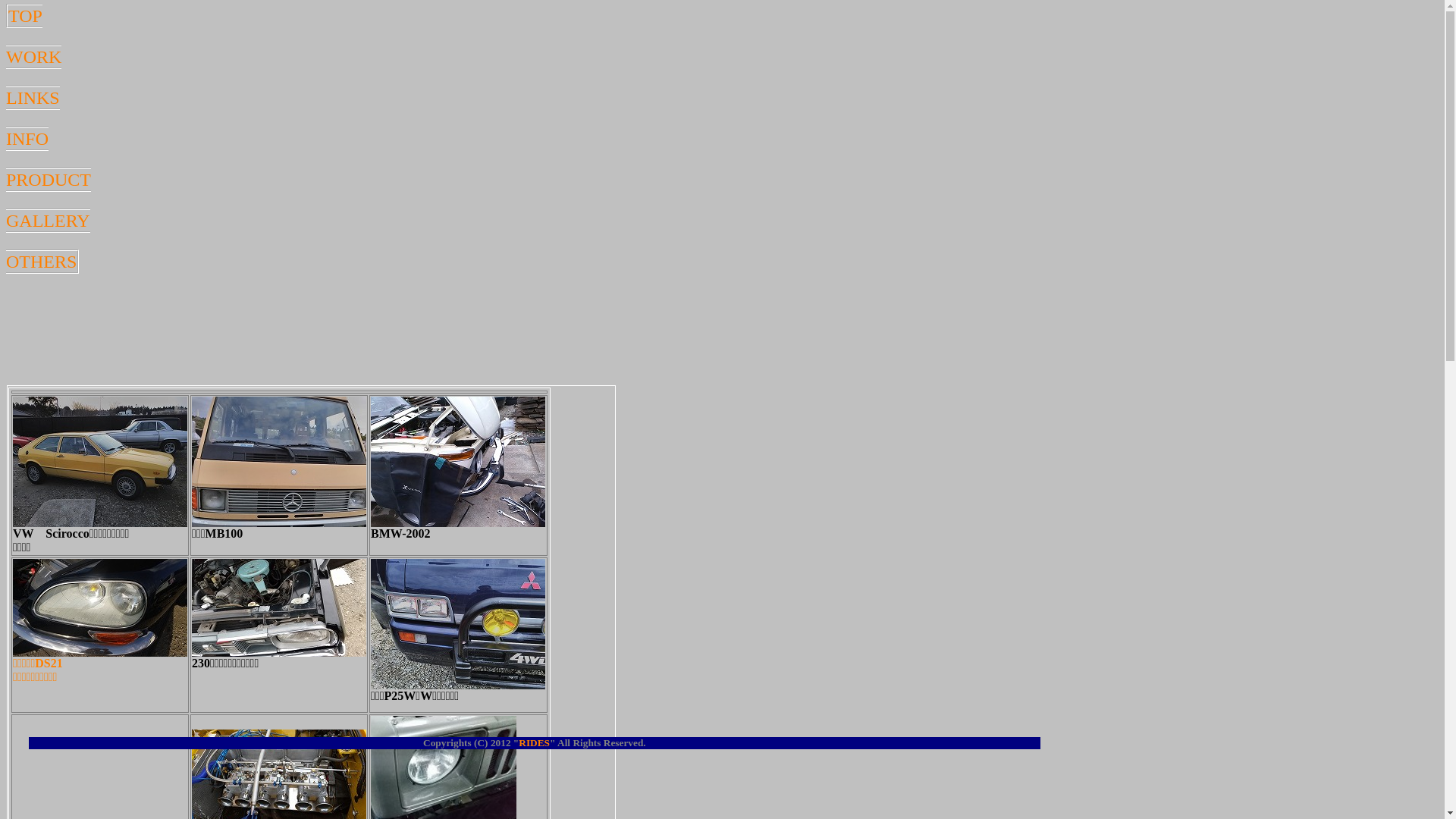 This screenshot has width=1456, height=819. What do you see at coordinates (41, 260) in the screenshot?
I see `'OTHERS'` at bounding box center [41, 260].